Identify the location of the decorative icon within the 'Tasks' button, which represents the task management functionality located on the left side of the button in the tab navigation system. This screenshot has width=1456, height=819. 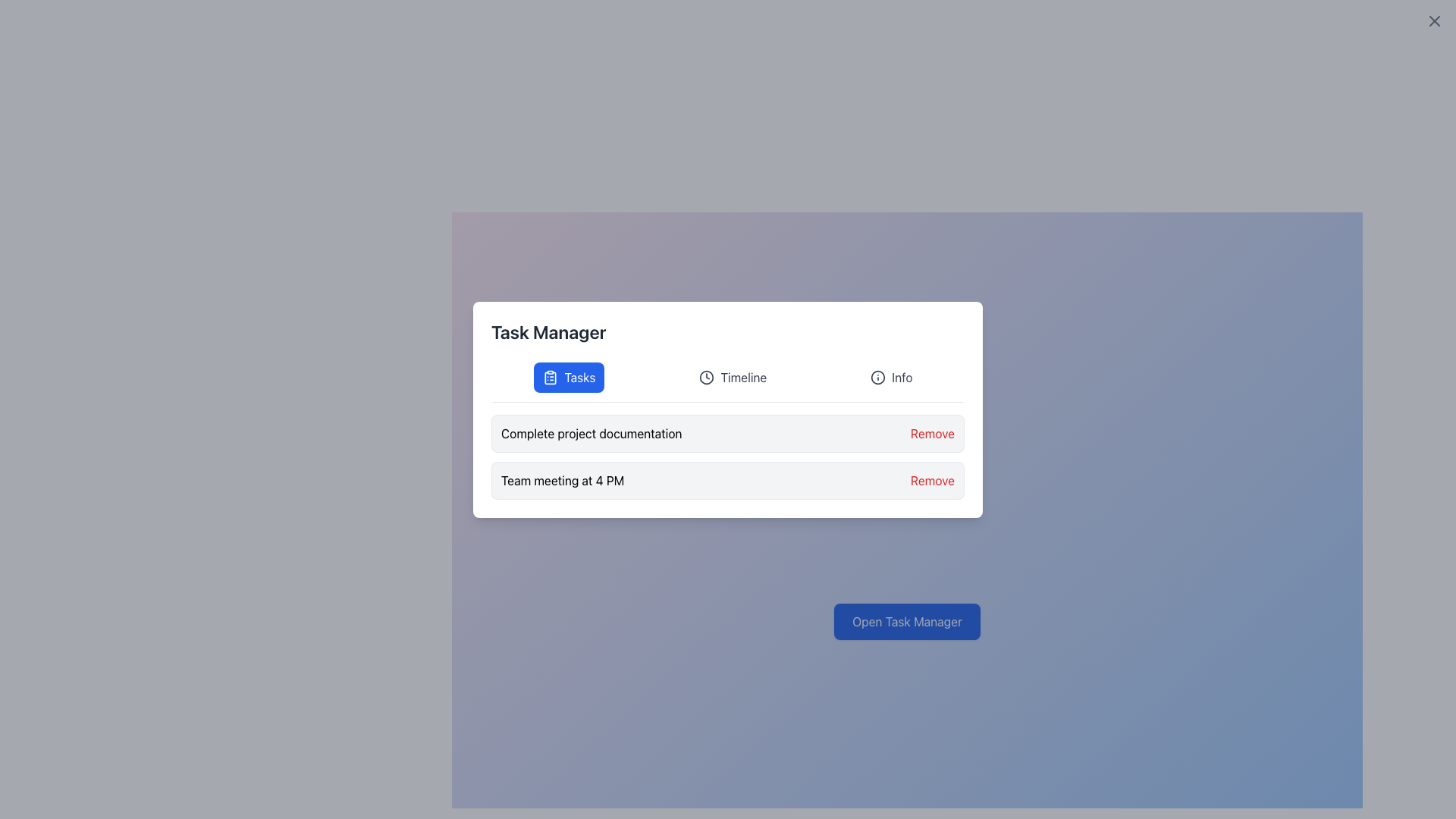
(550, 376).